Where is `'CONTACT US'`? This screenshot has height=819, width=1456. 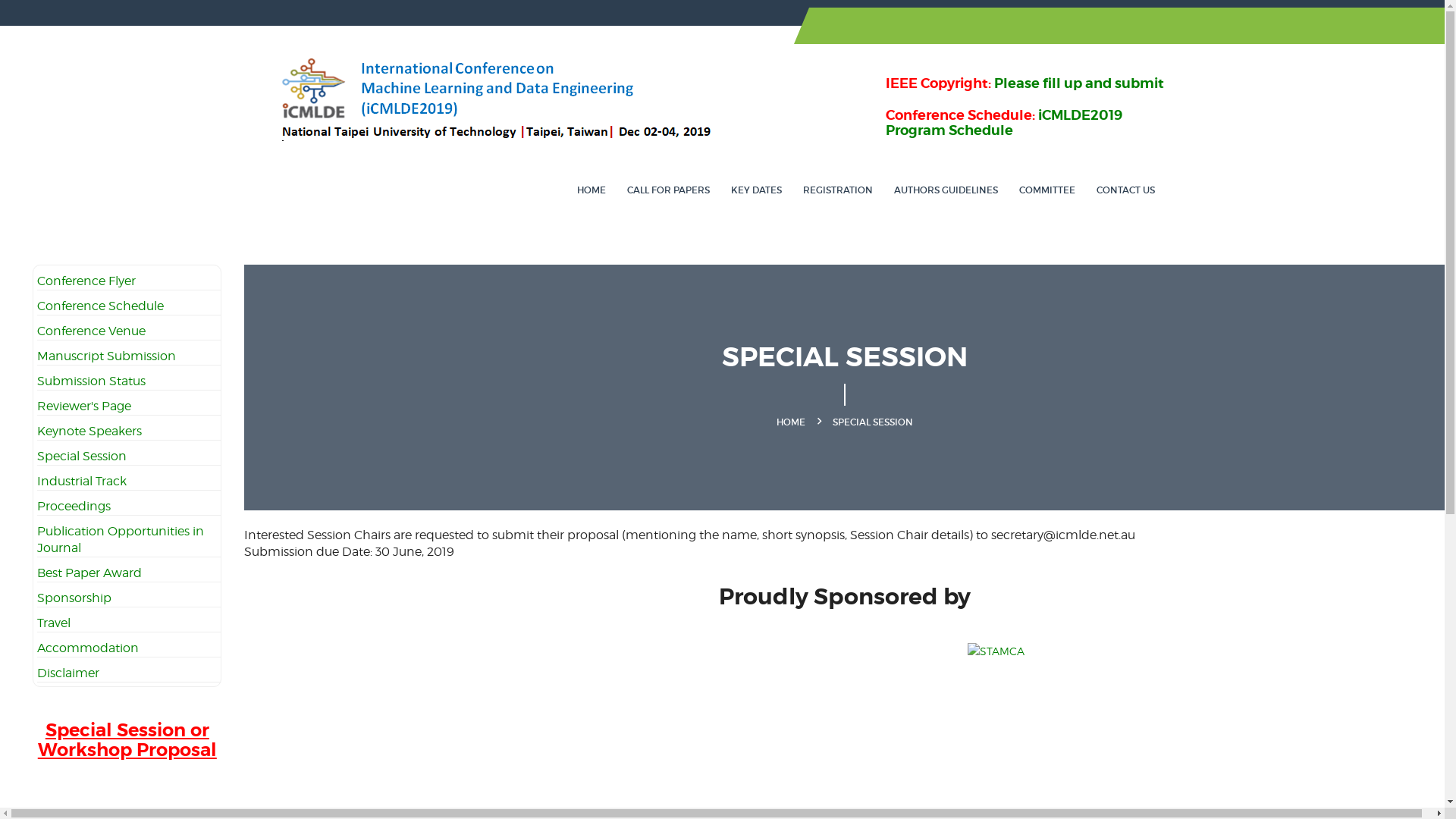
'CONTACT US' is located at coordinates (1125, 189).